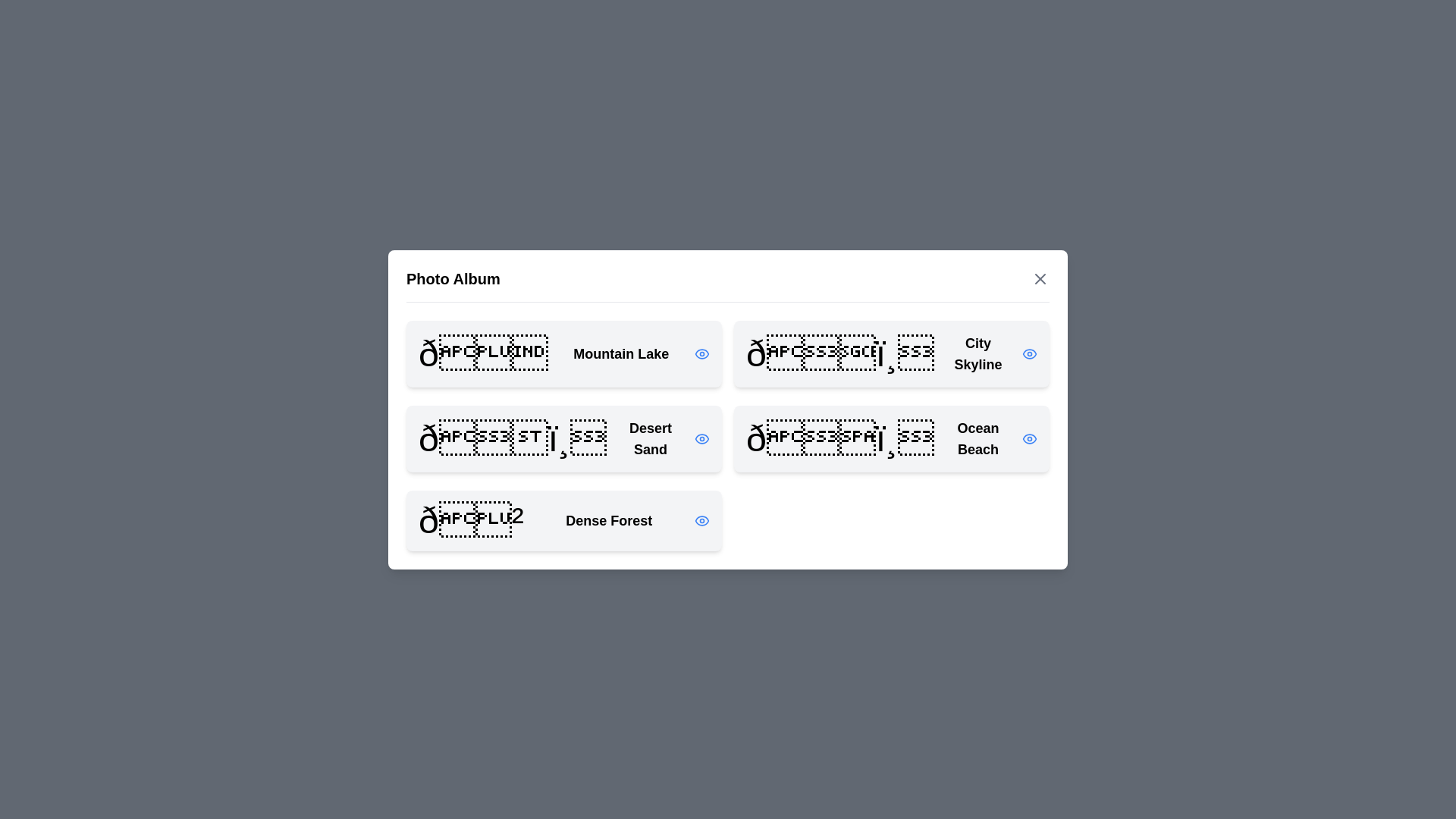 The height and width of the screenshot is (819, 1456). What do you see at coordinates (1040, 278) in the screenshot?
I see `the close button at the top-right corner of the modal to close the Photo Album Viewer` at bounding box center [1040, 278].